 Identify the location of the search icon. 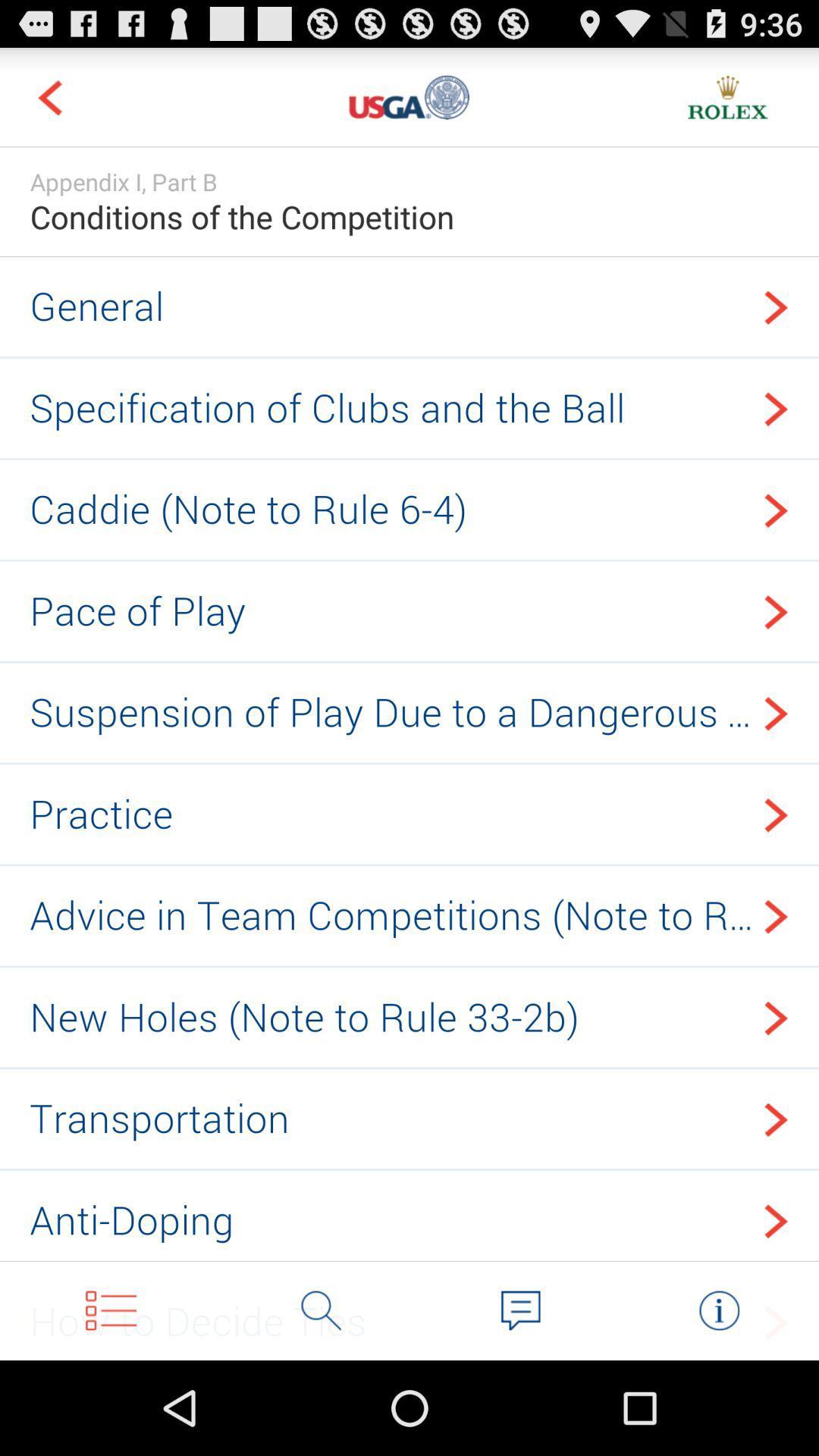
(321, 1401).